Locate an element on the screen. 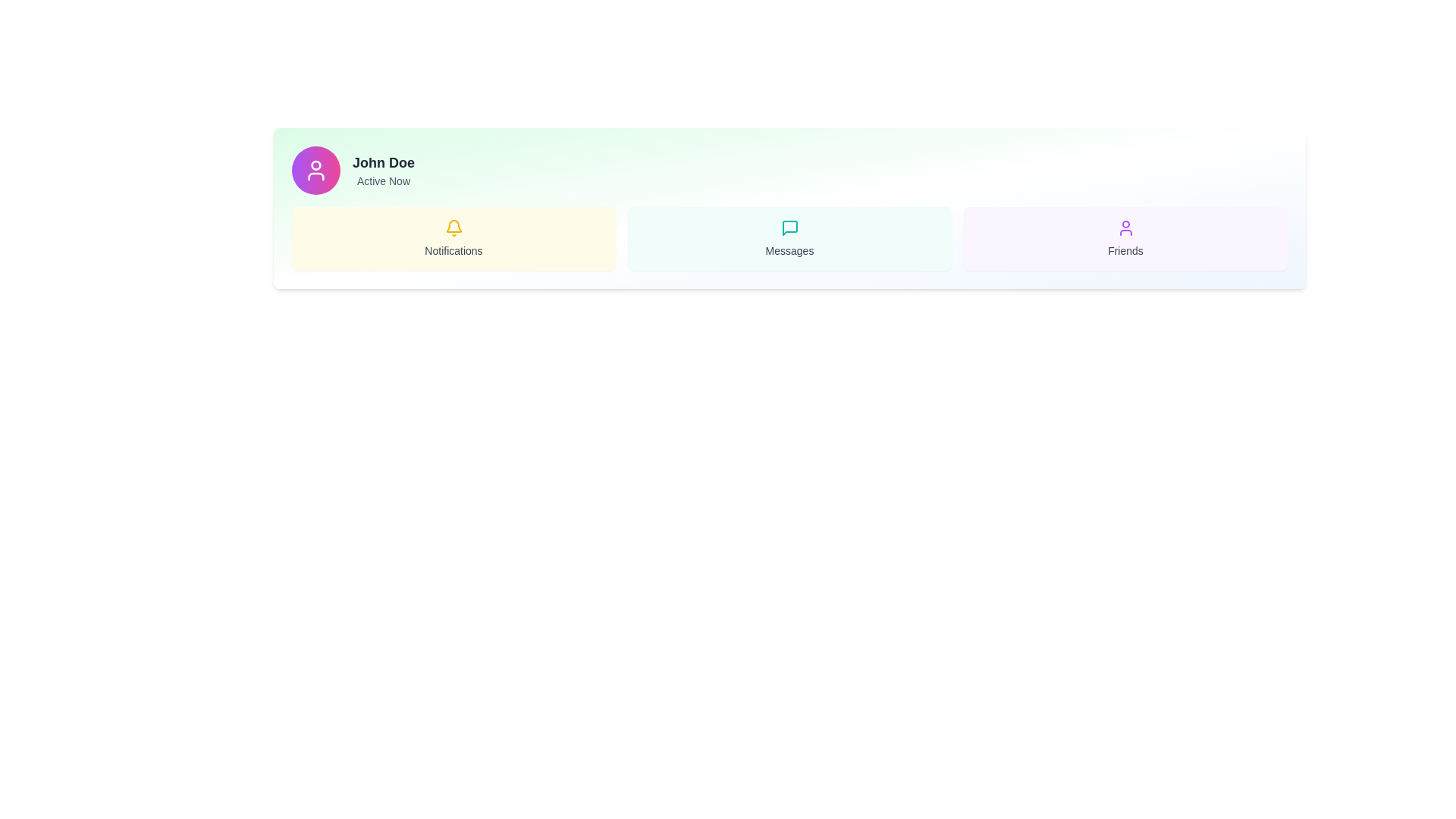  the user's name and current status displayed in the text area adjacent is located at coordinates (383, 170).